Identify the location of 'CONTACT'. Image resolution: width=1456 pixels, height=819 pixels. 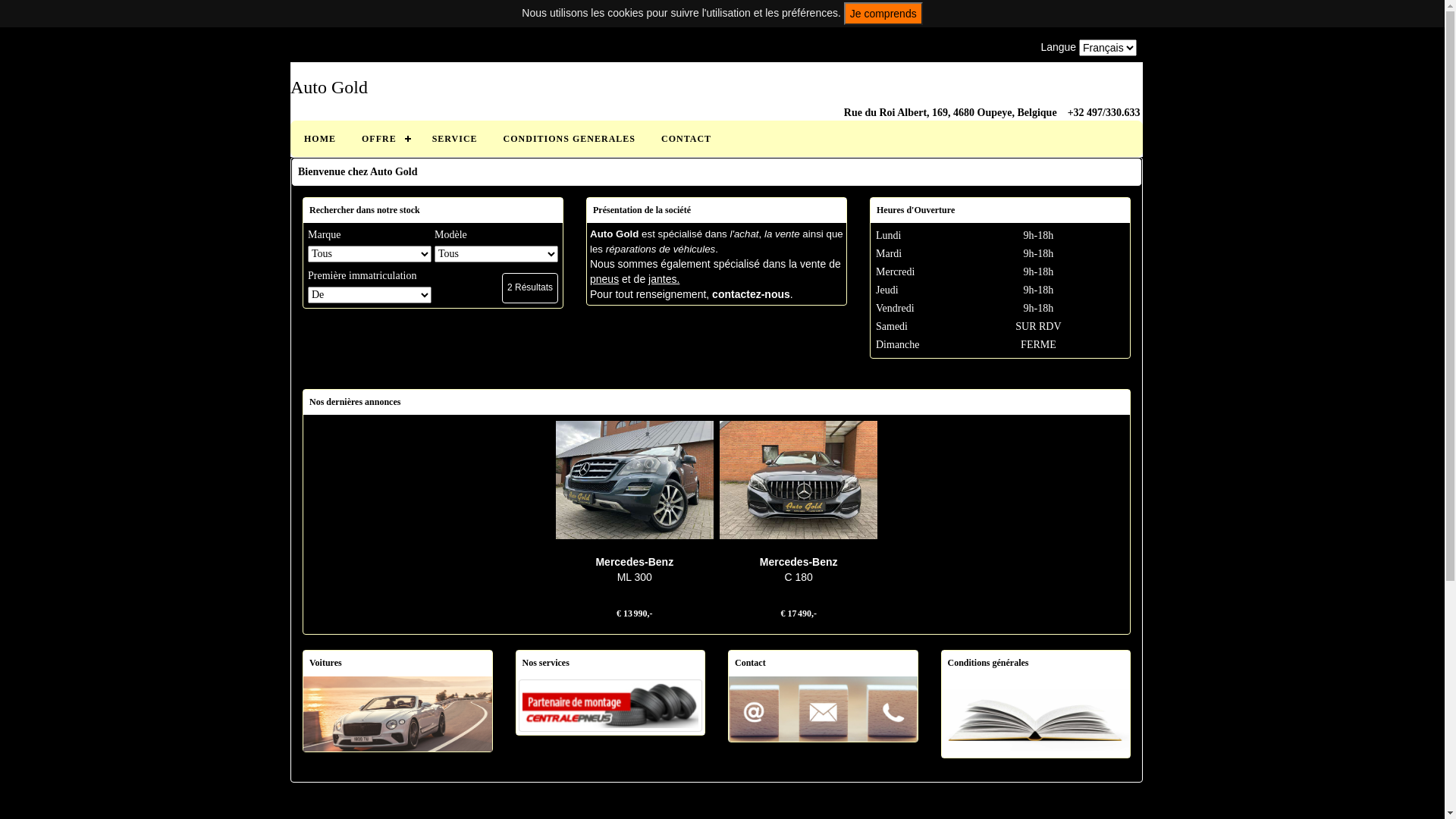
(686, 138).